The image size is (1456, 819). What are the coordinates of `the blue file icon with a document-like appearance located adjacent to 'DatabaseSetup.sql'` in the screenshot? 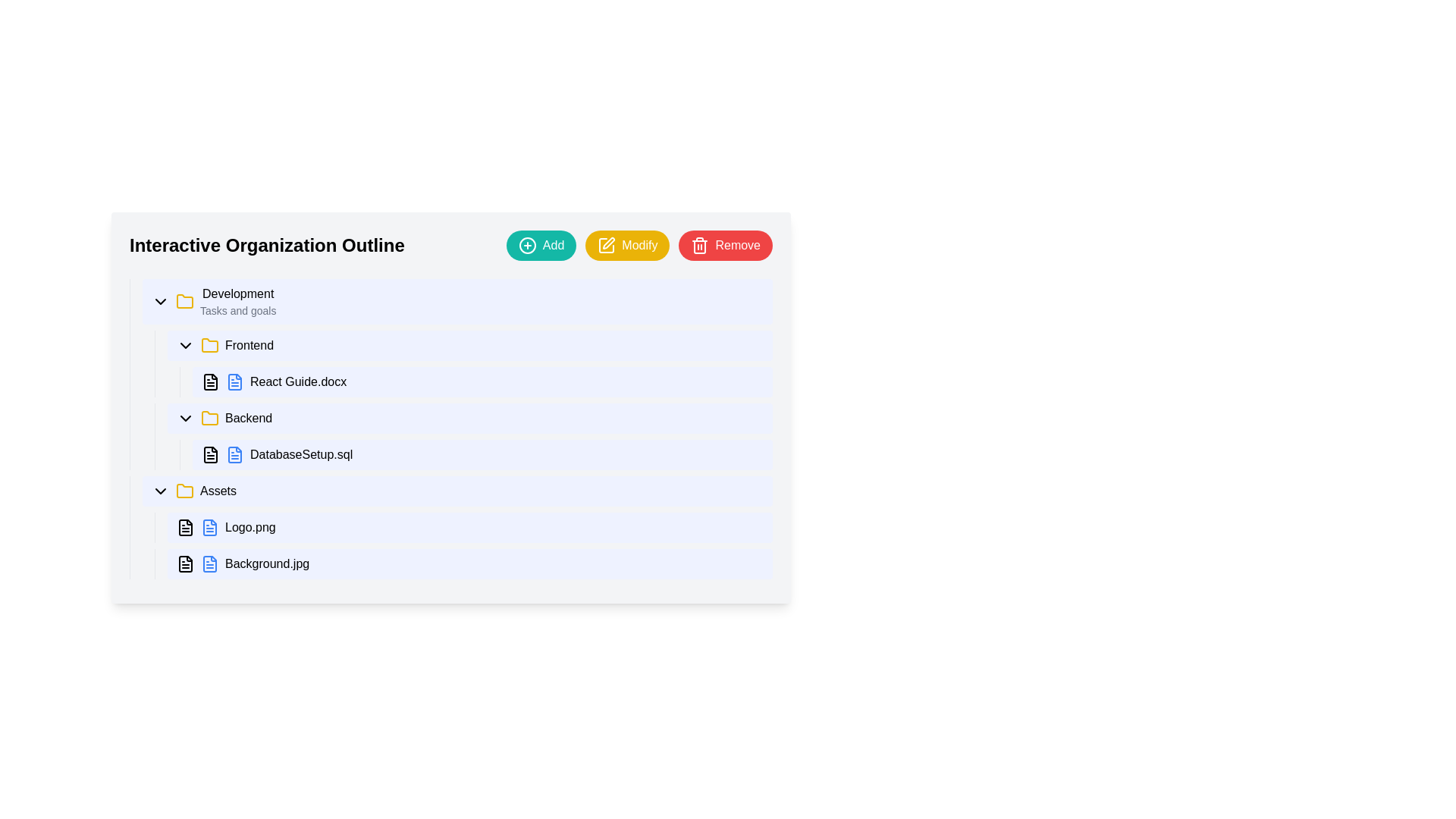 It's located at (234, 454).